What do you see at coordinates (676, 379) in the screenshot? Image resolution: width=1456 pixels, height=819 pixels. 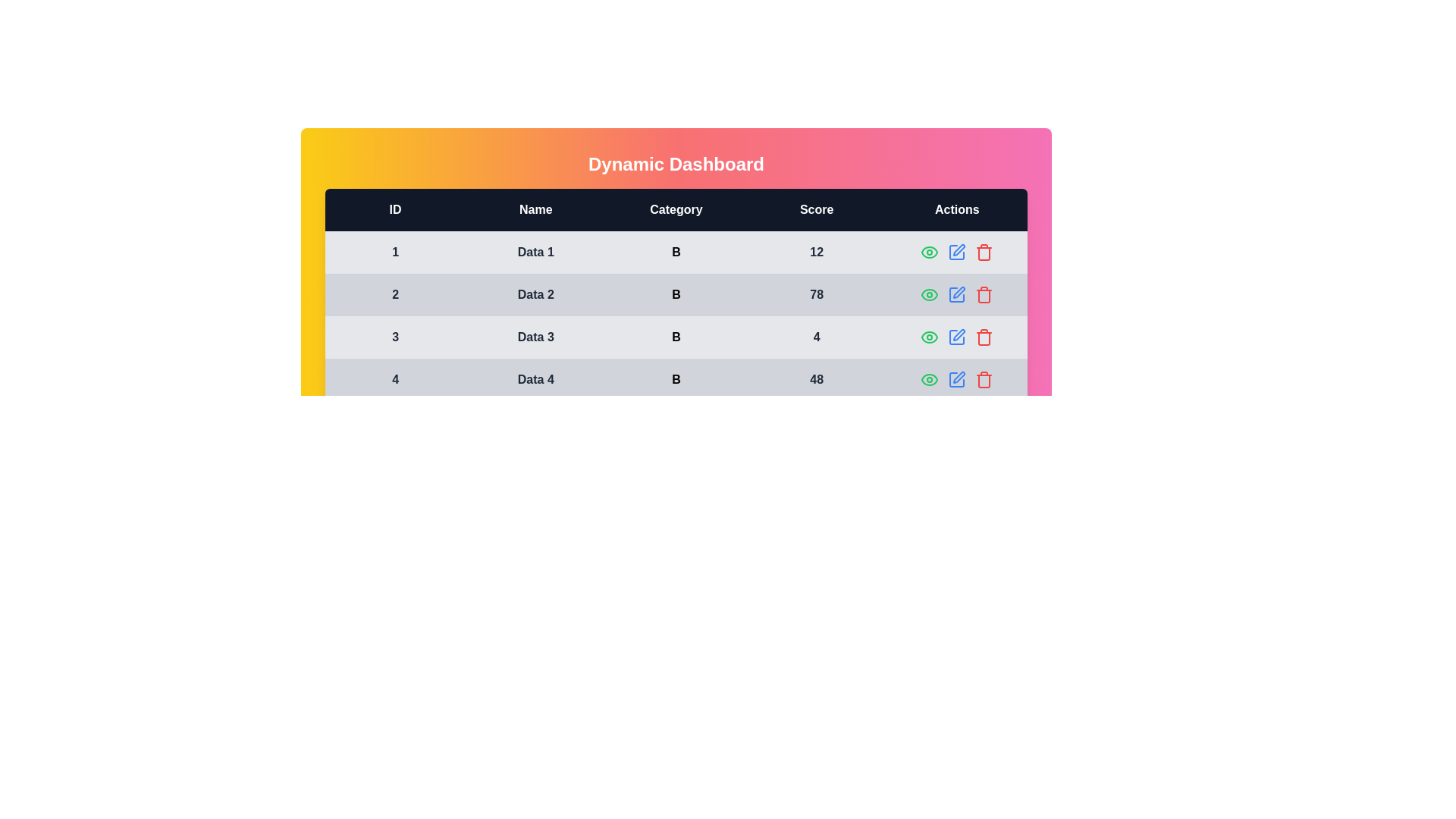 I see `the row corresponding to 4` at bounding box center [676, 379].